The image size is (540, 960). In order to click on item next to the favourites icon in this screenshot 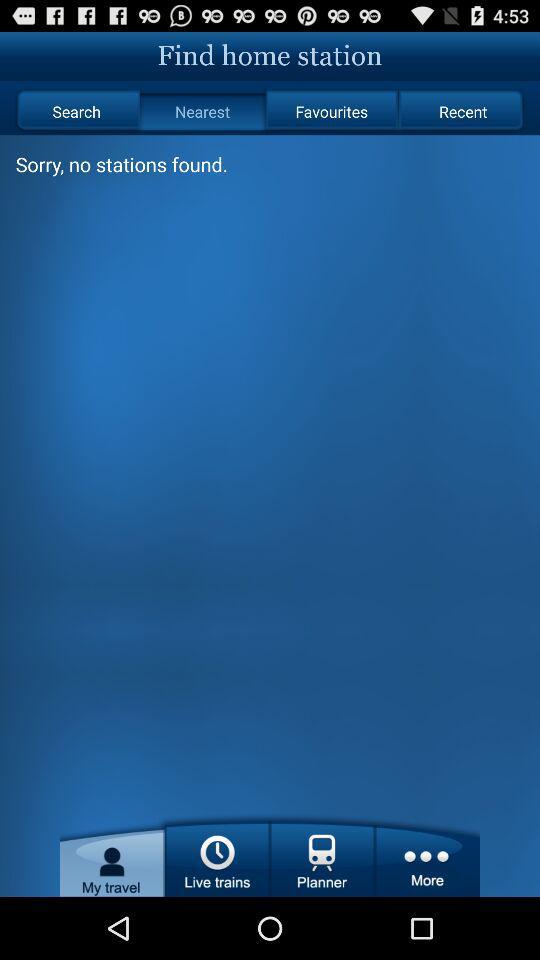, I will do `click(202, 111)`.